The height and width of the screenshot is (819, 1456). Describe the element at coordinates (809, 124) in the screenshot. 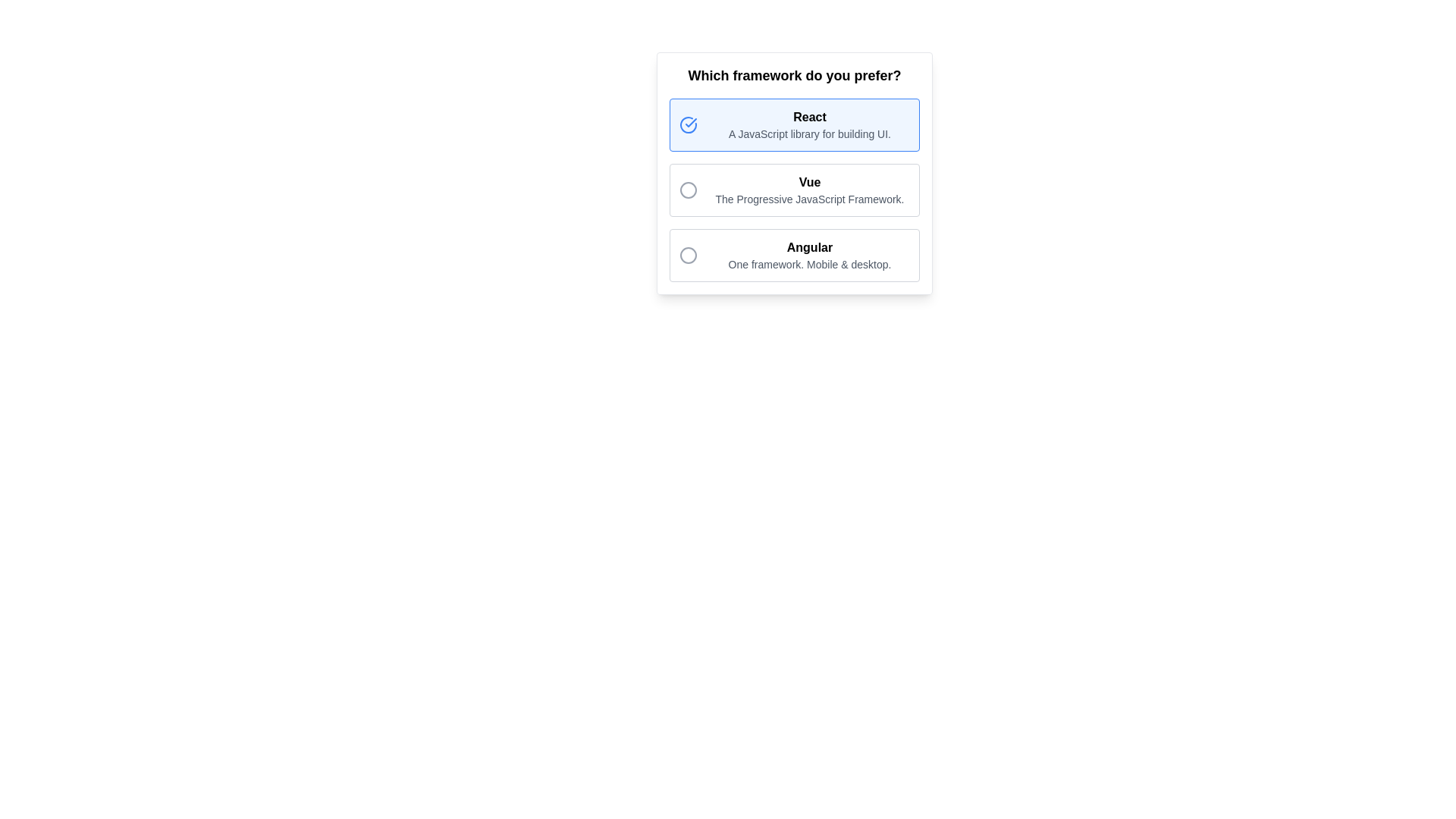

I see `the main textual component of the topmost option in the vertical stack of framework options, which displays the name and description of the 'React' framework` at that location.